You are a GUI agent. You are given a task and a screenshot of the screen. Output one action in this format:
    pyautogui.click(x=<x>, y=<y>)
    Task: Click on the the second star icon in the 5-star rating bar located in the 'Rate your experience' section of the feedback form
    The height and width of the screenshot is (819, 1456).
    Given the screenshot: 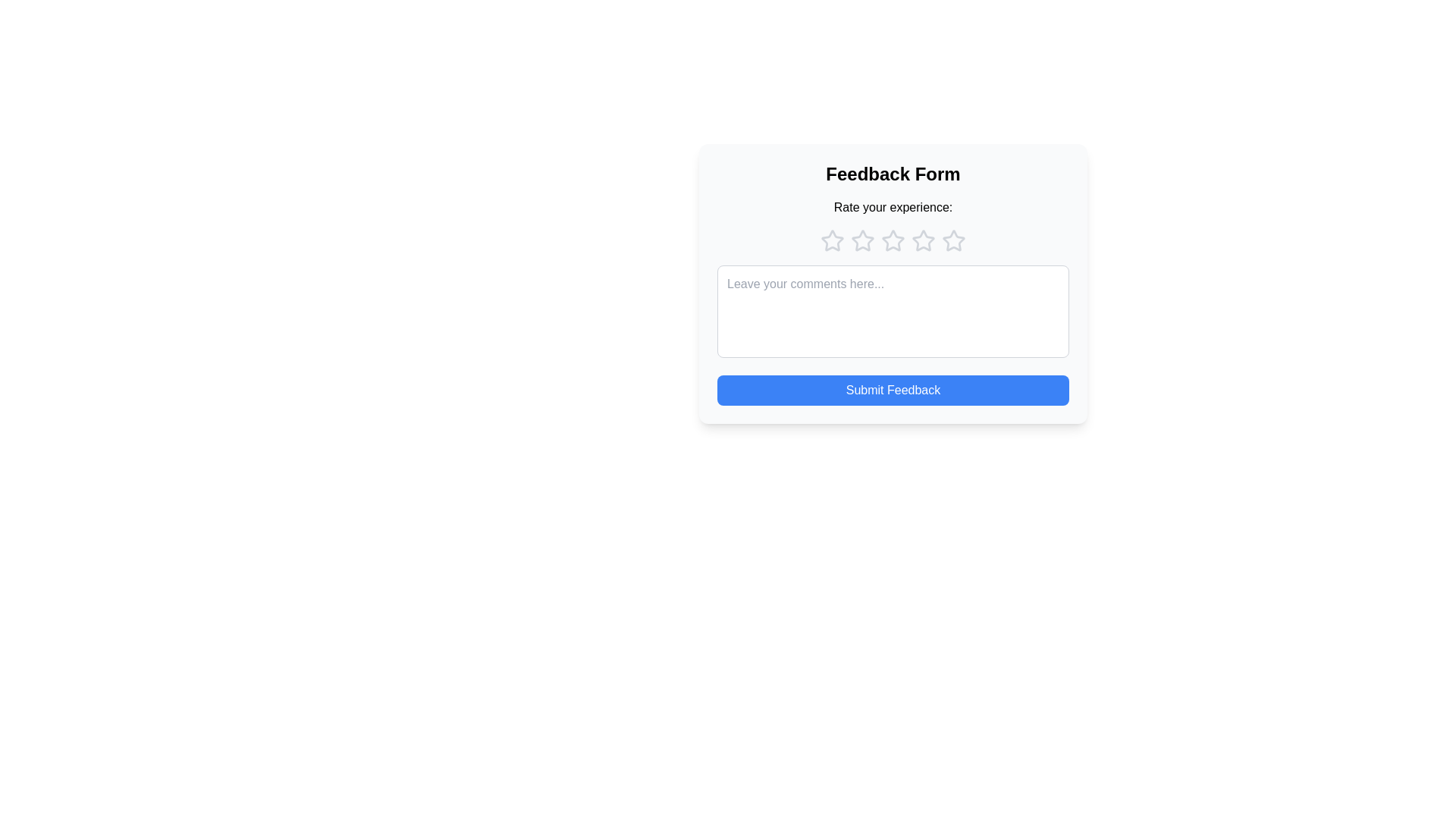 What is the action you would take?
    pyautogui.click(x=862, y=240)
    